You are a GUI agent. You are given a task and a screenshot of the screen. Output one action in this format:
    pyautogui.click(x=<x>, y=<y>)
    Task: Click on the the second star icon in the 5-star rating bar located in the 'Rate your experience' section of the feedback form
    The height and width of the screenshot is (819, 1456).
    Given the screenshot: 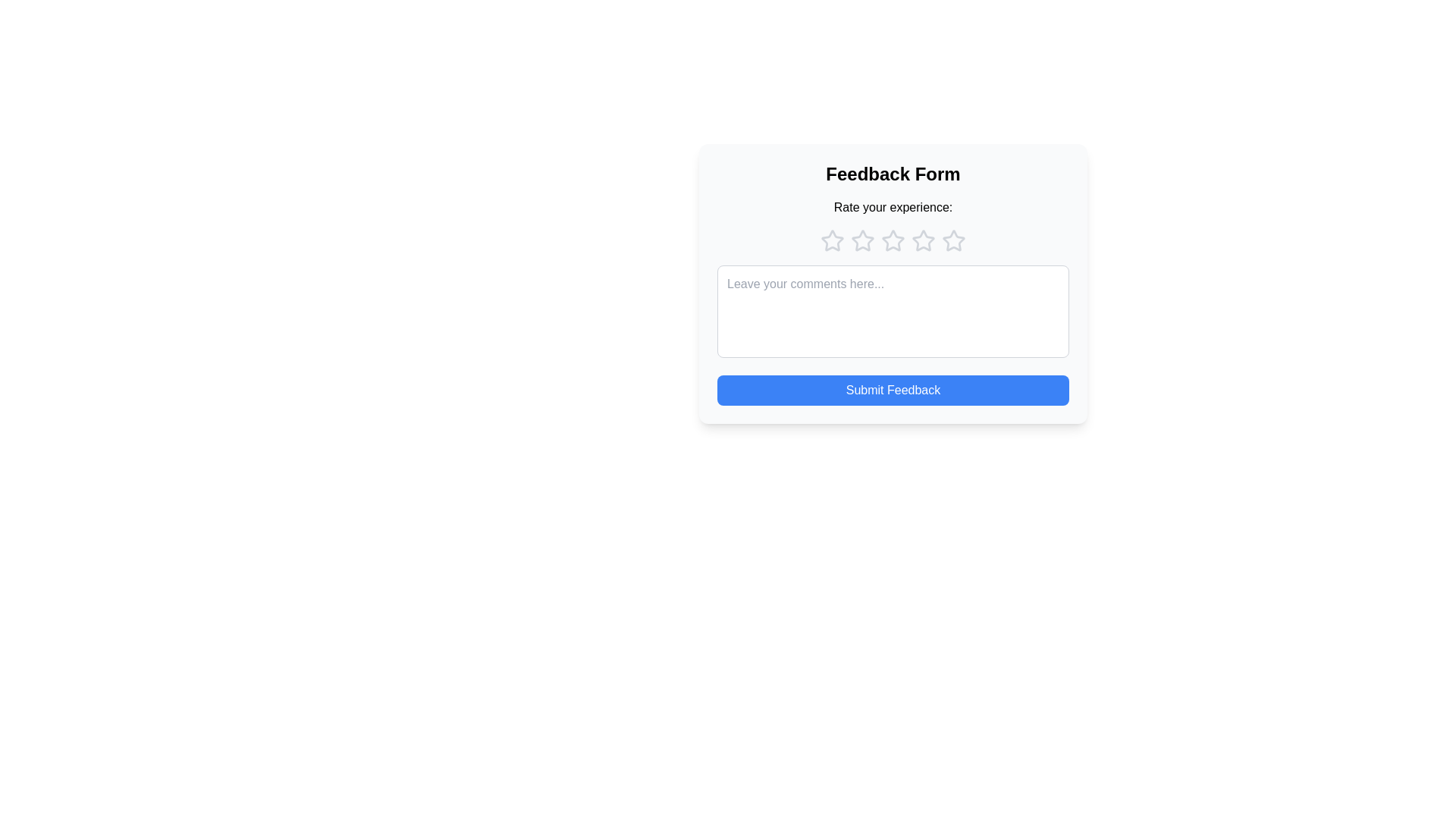 What is the action you would take?
    pyautogui.click(x=862, y=240)
    